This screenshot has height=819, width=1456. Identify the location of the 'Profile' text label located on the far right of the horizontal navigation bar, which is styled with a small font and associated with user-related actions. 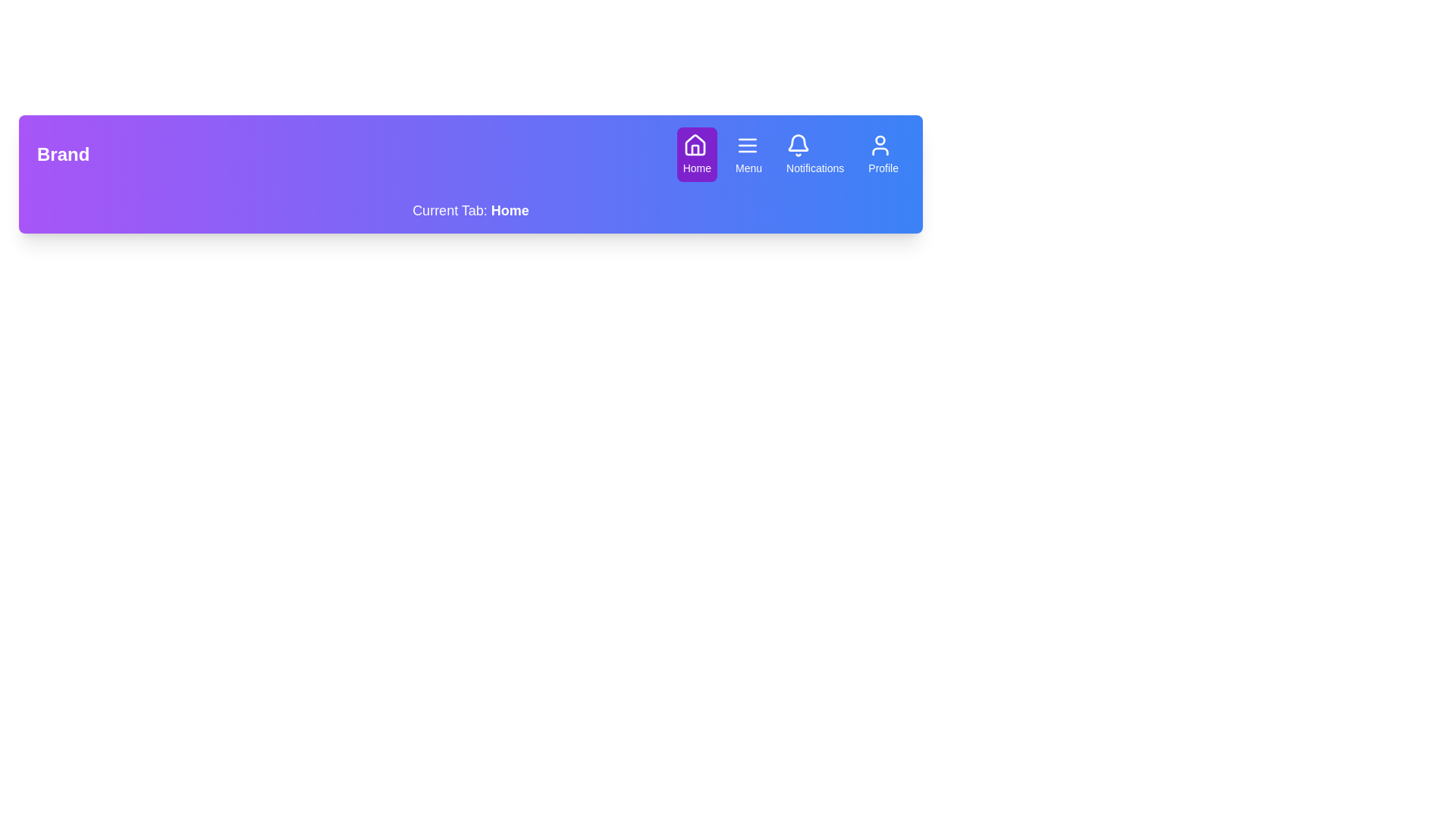
(883, 168).